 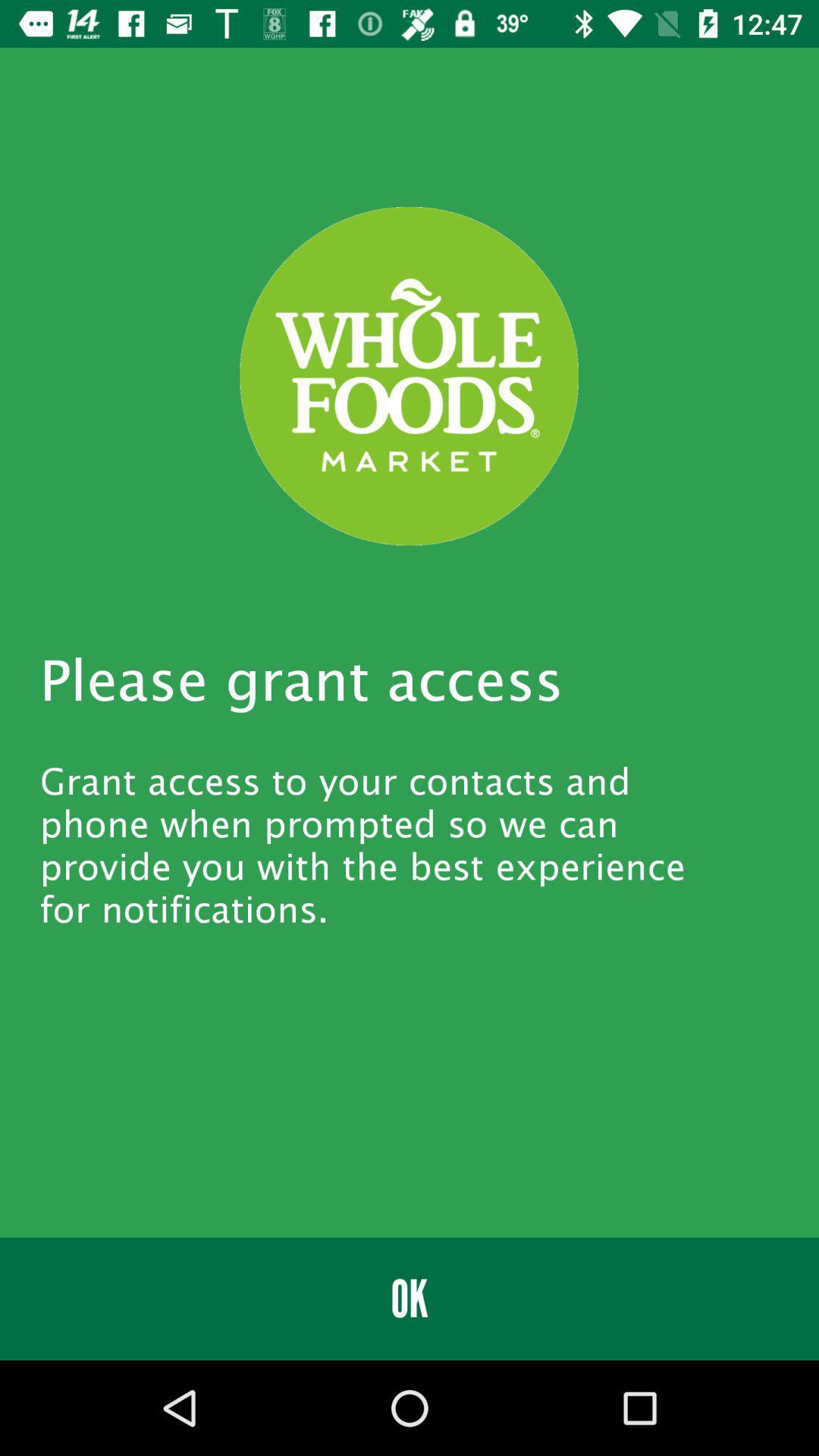 I want to click on the item below the grant access to, so click(x=409, y=1298).